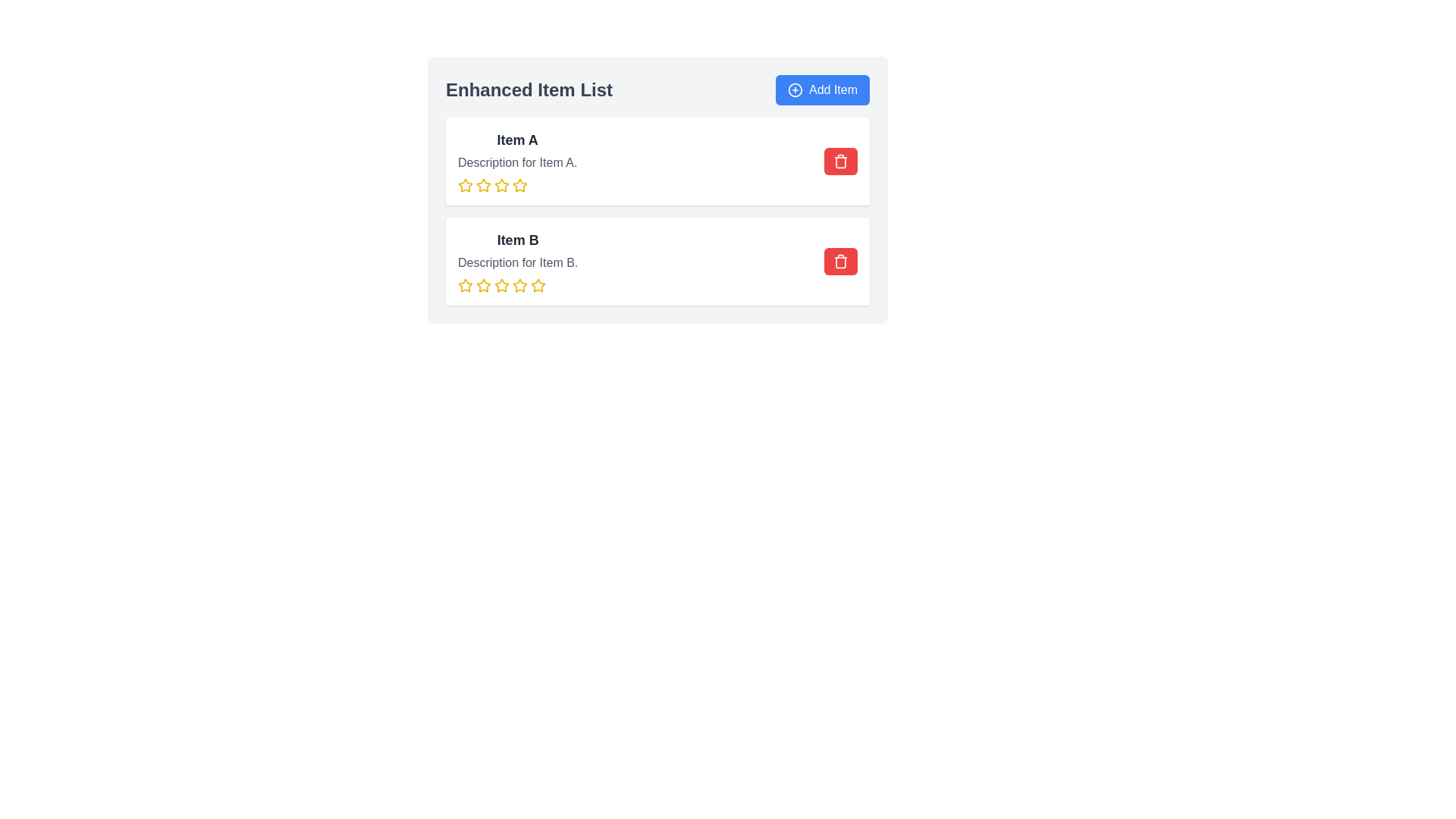 The width and height of the screenshot is (1456, 819). What do you see at coordinates (502, 185) in the screenshot?
I see `the fourth star in the rating system directly under 'Item A' to set the rating to four stars` at bounding box center [502, 185].